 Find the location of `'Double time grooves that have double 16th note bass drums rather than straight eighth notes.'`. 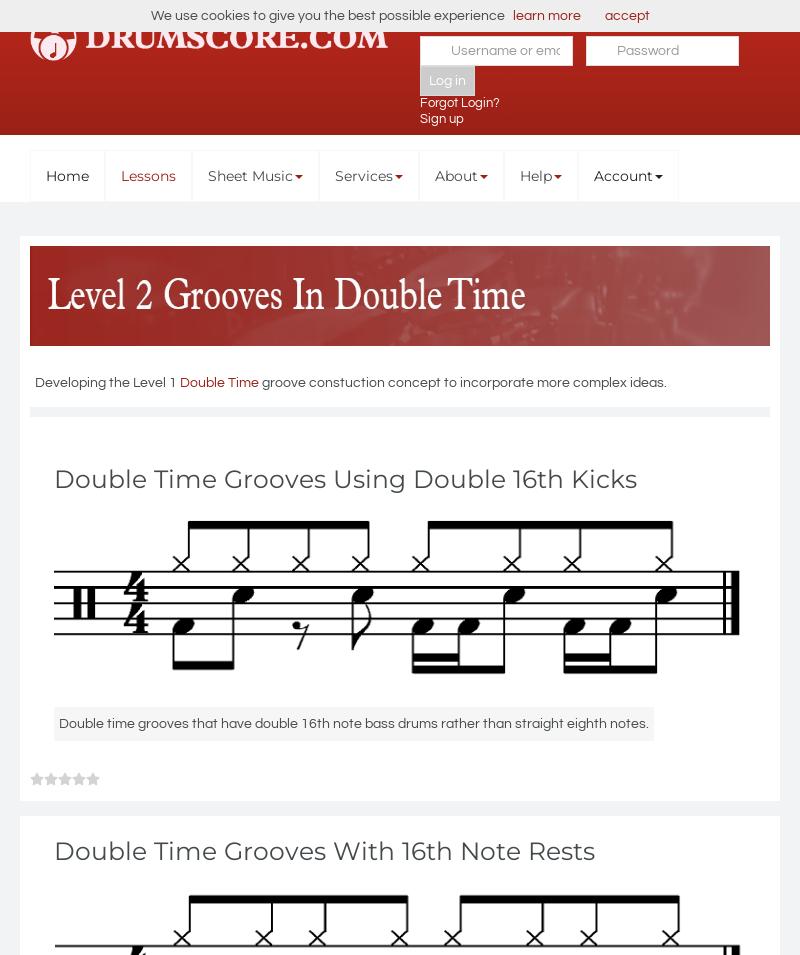

'Double time grooves that have double 16th note bass drums rather than straight eighth notes.' is located at coordinates (354, 722).